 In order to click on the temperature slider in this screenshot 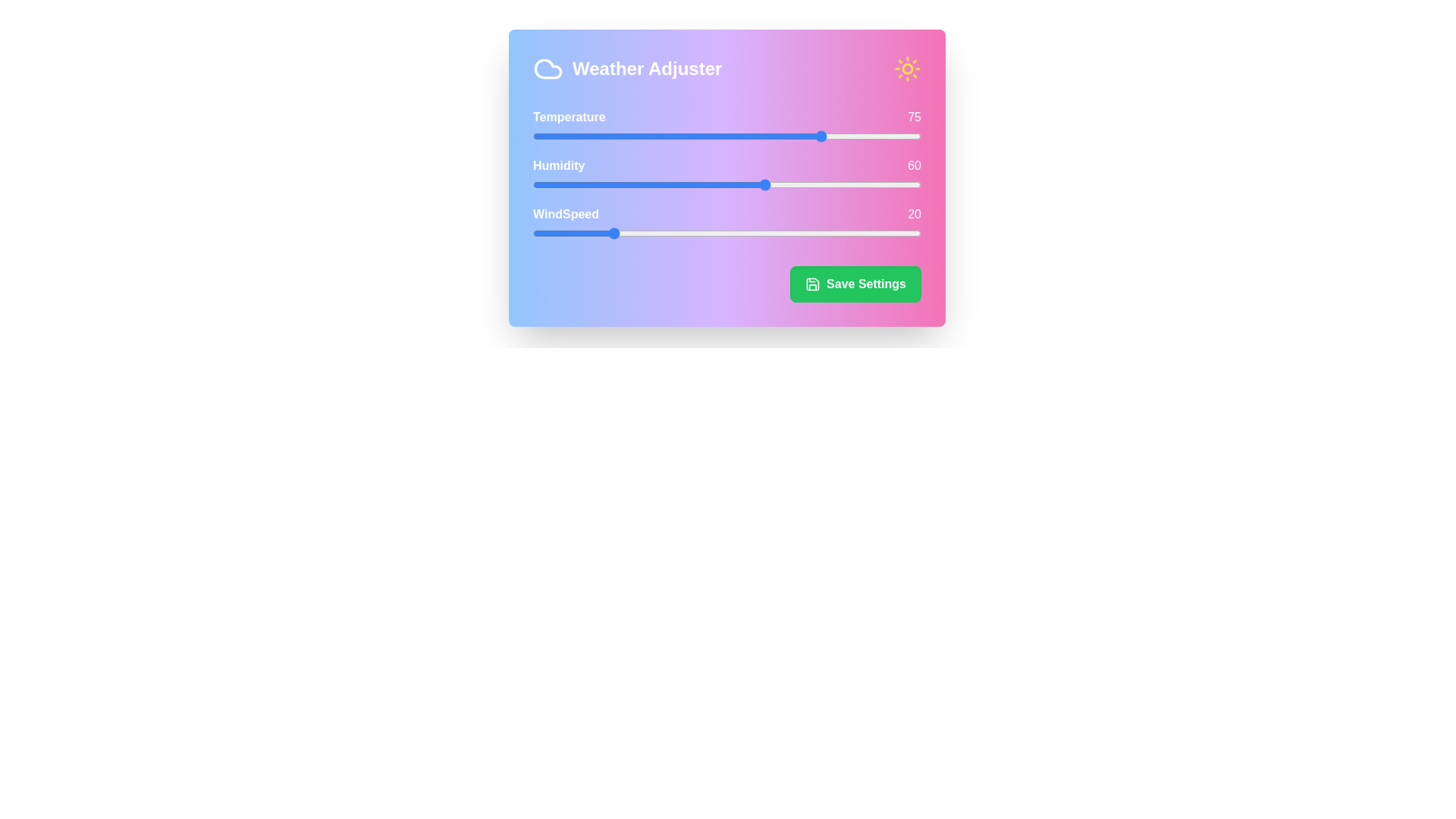, I will do `click(607, 136)`.